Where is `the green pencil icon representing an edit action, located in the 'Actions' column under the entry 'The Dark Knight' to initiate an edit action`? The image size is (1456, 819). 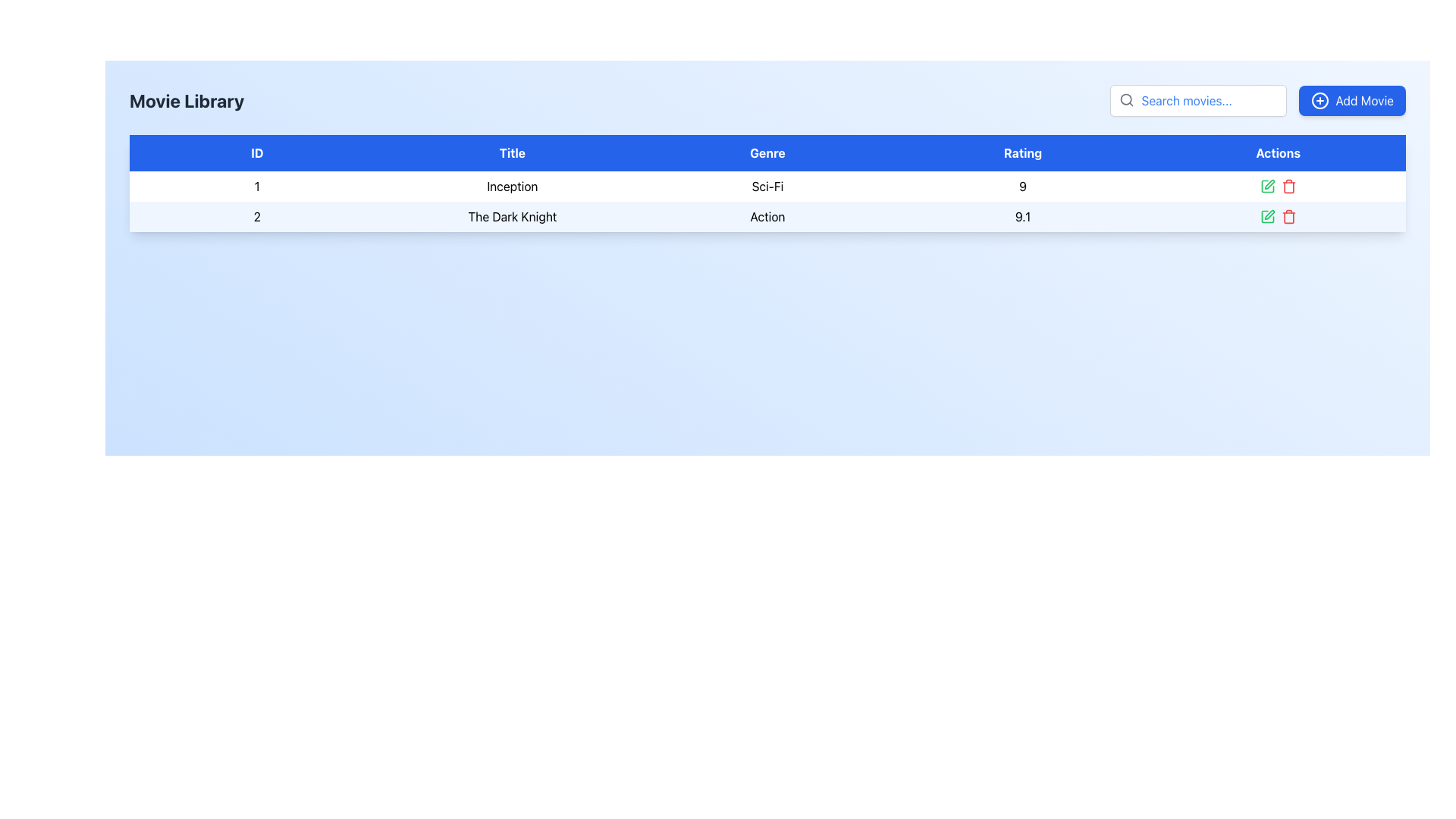 the green pencil icon representing an edit action, located in the 'Actions' column under the entry 'The Dark Knight' to initiate an edit action is located at coordinates (1267, 186).